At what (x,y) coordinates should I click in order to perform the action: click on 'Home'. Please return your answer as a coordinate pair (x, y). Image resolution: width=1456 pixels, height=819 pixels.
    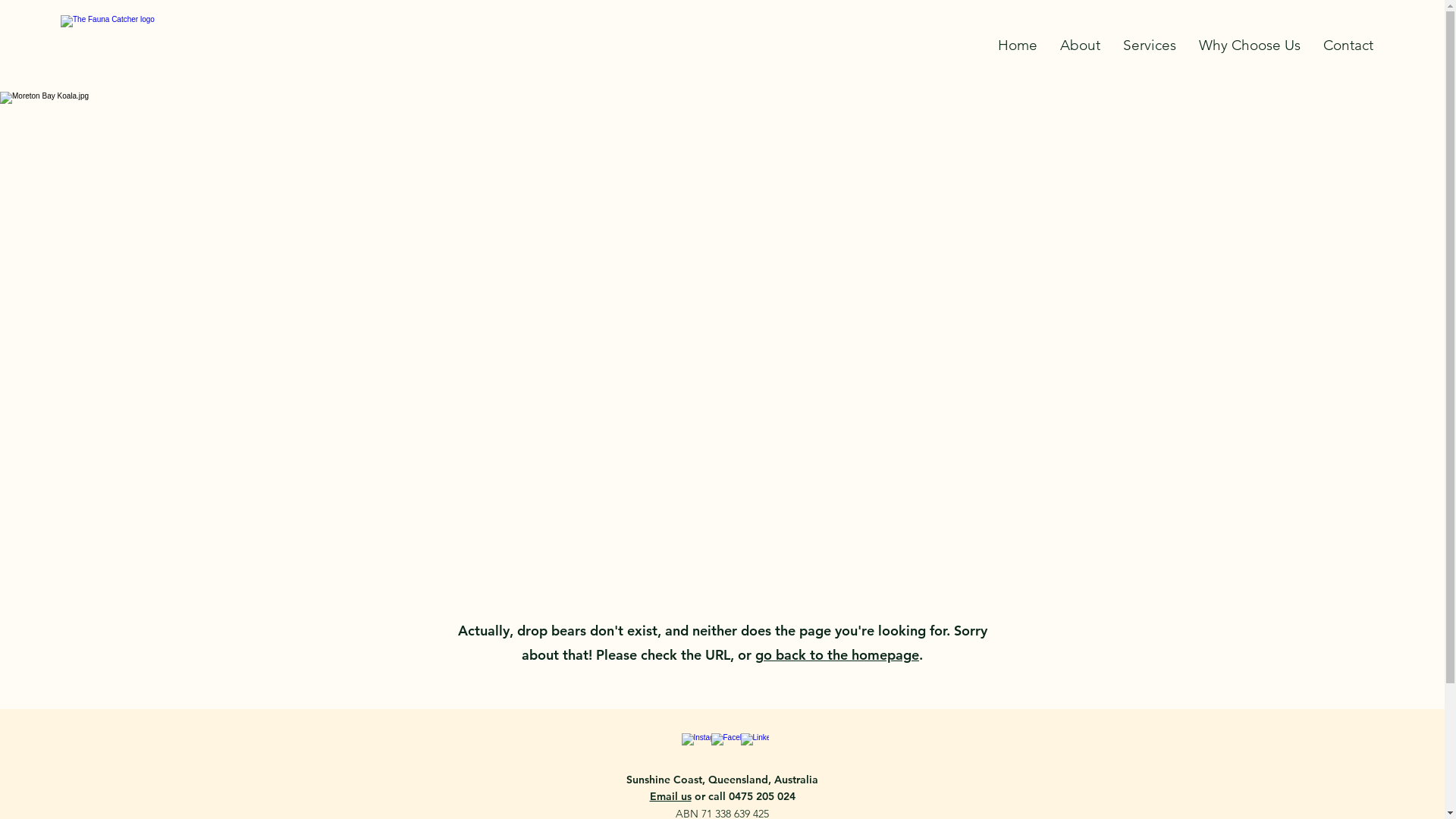
    Looking at the image, I should click on (986, 45).